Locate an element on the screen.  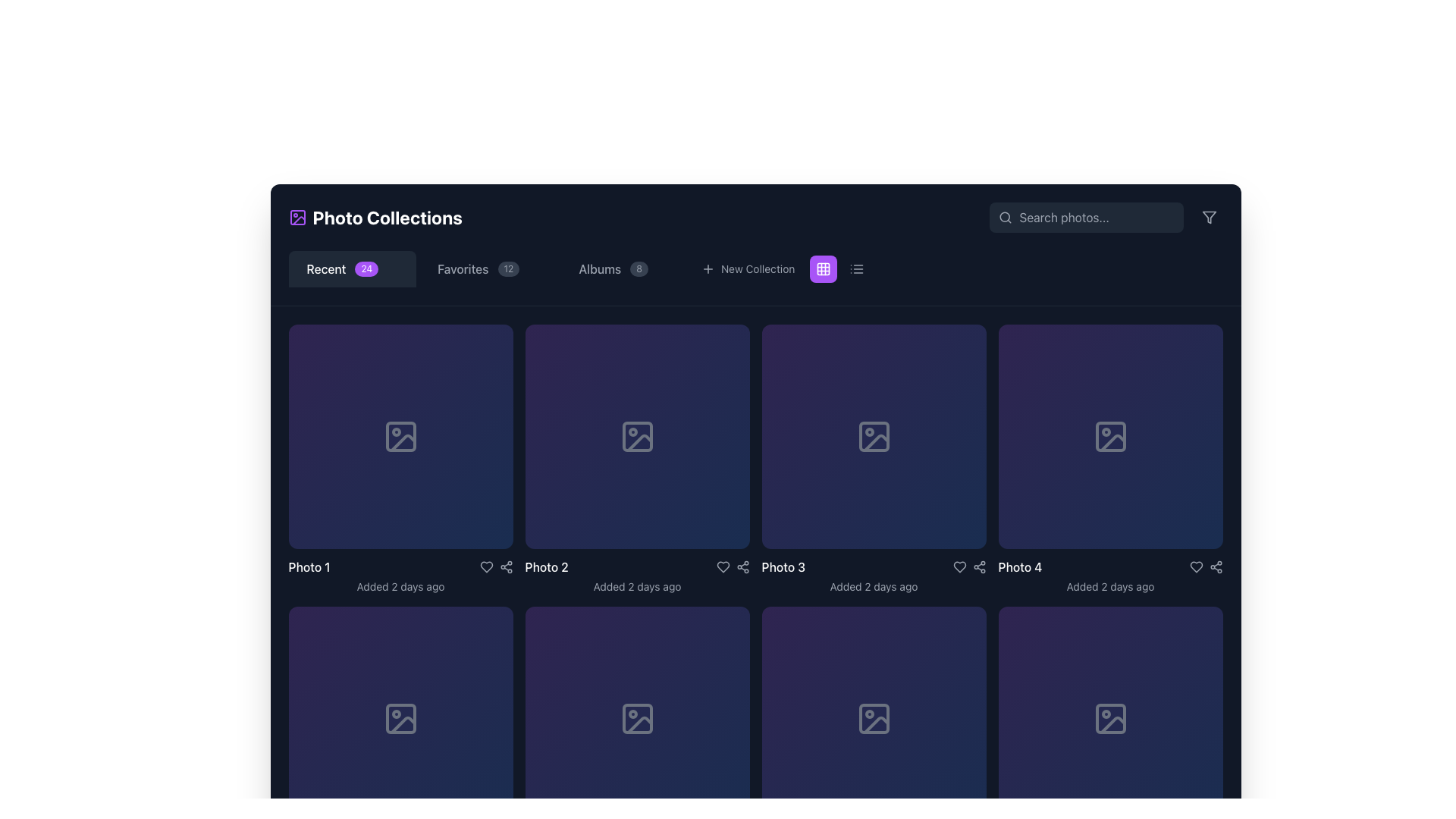
the Image placeholder icon located in the fourth position of the grid of photo placeholders below the 'Photo Collections' title is located at coordinates (1110, 436).